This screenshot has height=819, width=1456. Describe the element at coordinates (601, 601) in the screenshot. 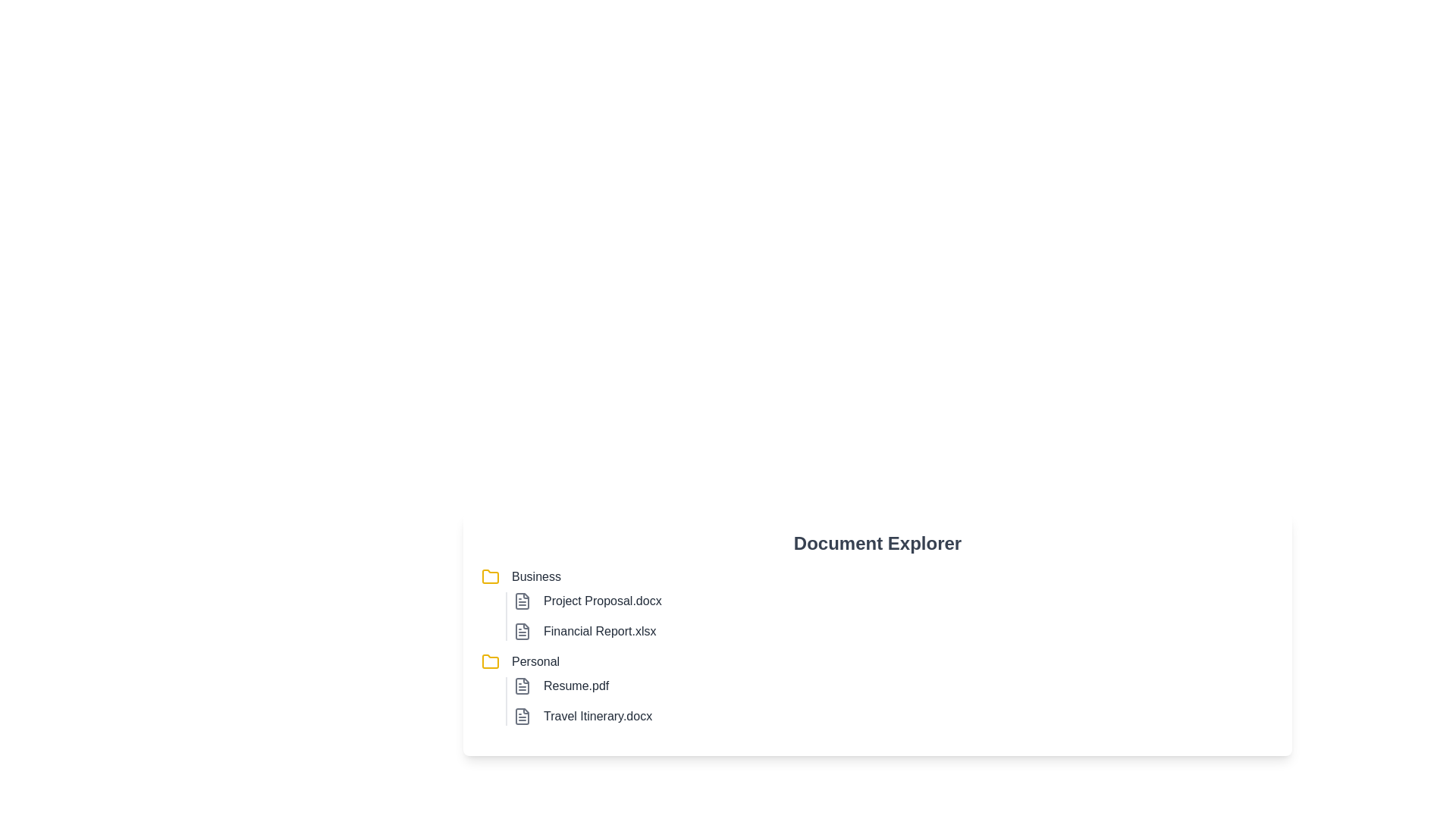

I see `the text label 'Project Proposal.docx' located` at that location.